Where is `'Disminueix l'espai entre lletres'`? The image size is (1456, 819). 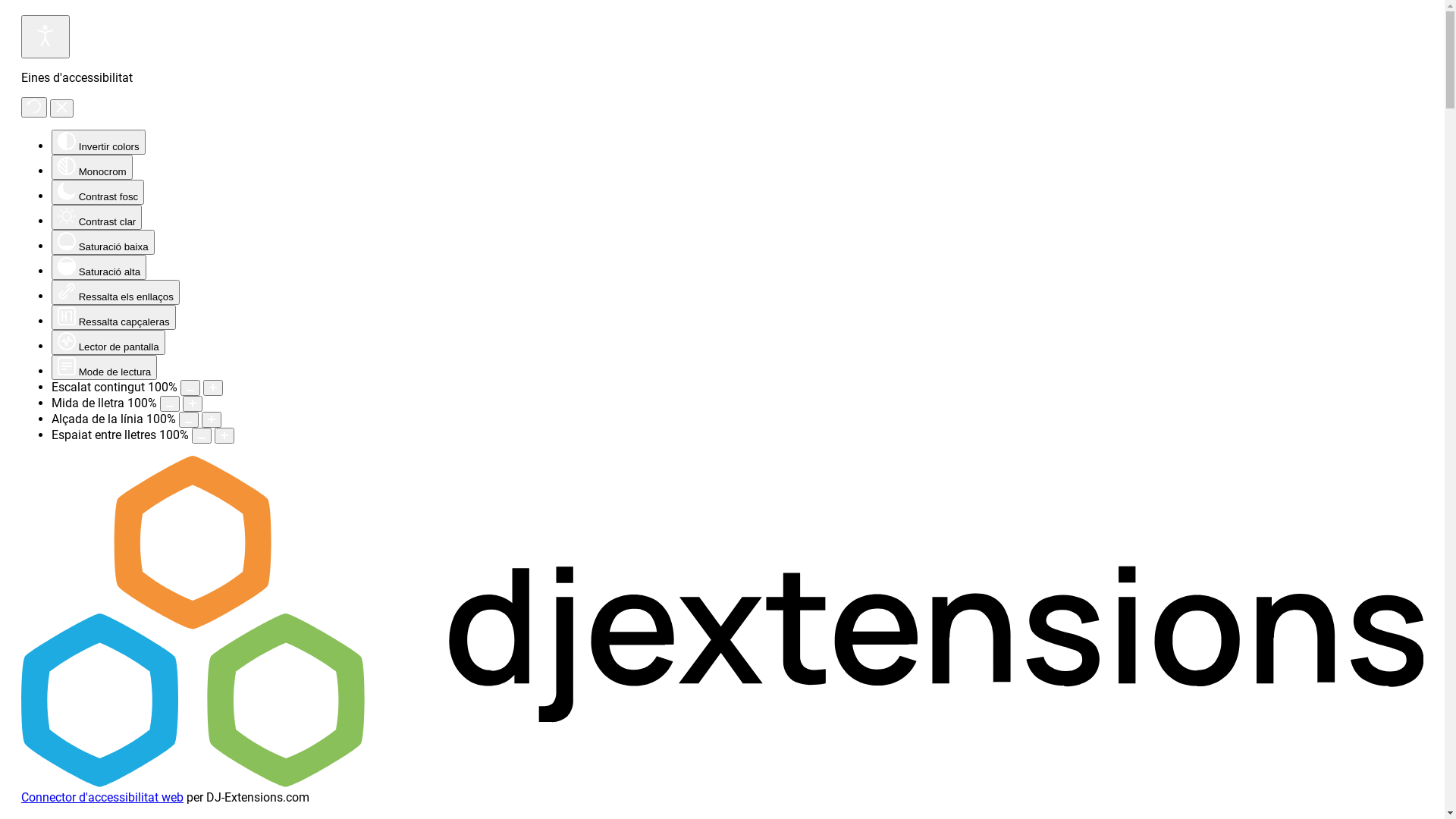 'Disminueix l'espai entre lletres' is located at coordinates (191, 435).